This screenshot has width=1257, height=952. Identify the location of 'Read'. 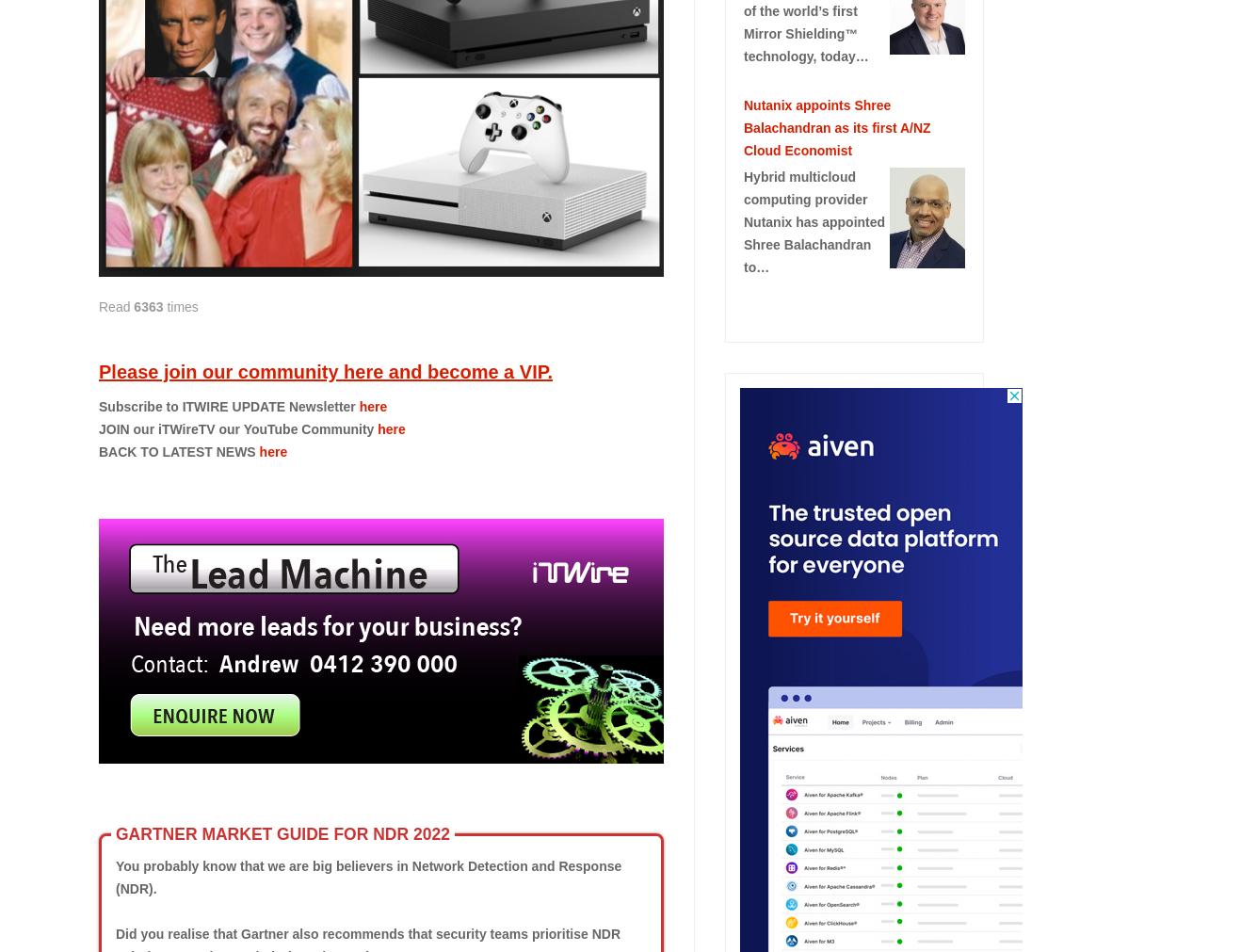
(115, 307).